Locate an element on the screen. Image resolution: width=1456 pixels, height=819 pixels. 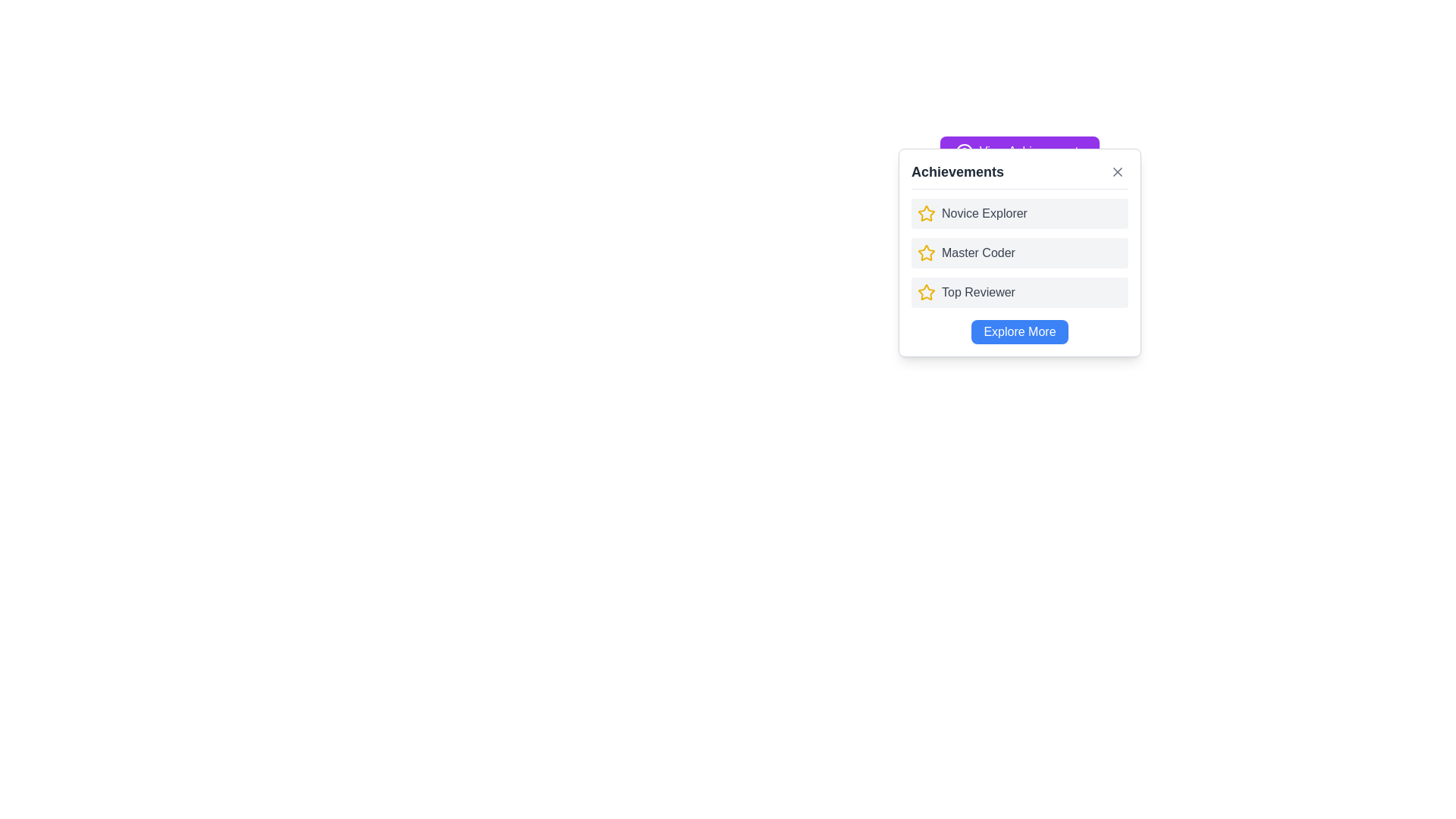
the yellow star icon located to the left of the 'Top Reviewer' text in the third row of the Achievements section of the modal window is located at coordinates (926, 292).